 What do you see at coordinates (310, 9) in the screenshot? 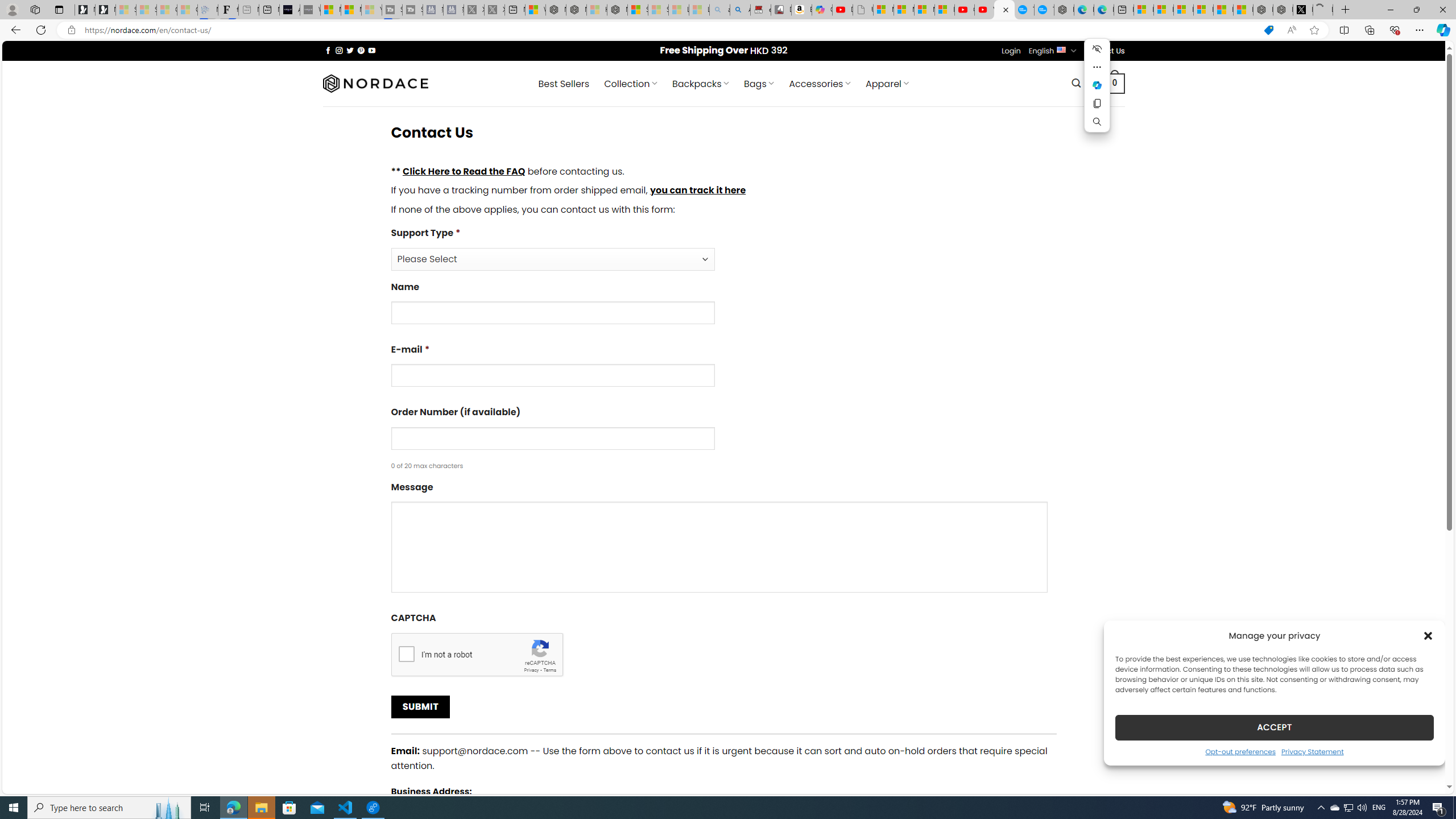
I see `'What'` at bounding box center [310, 9].